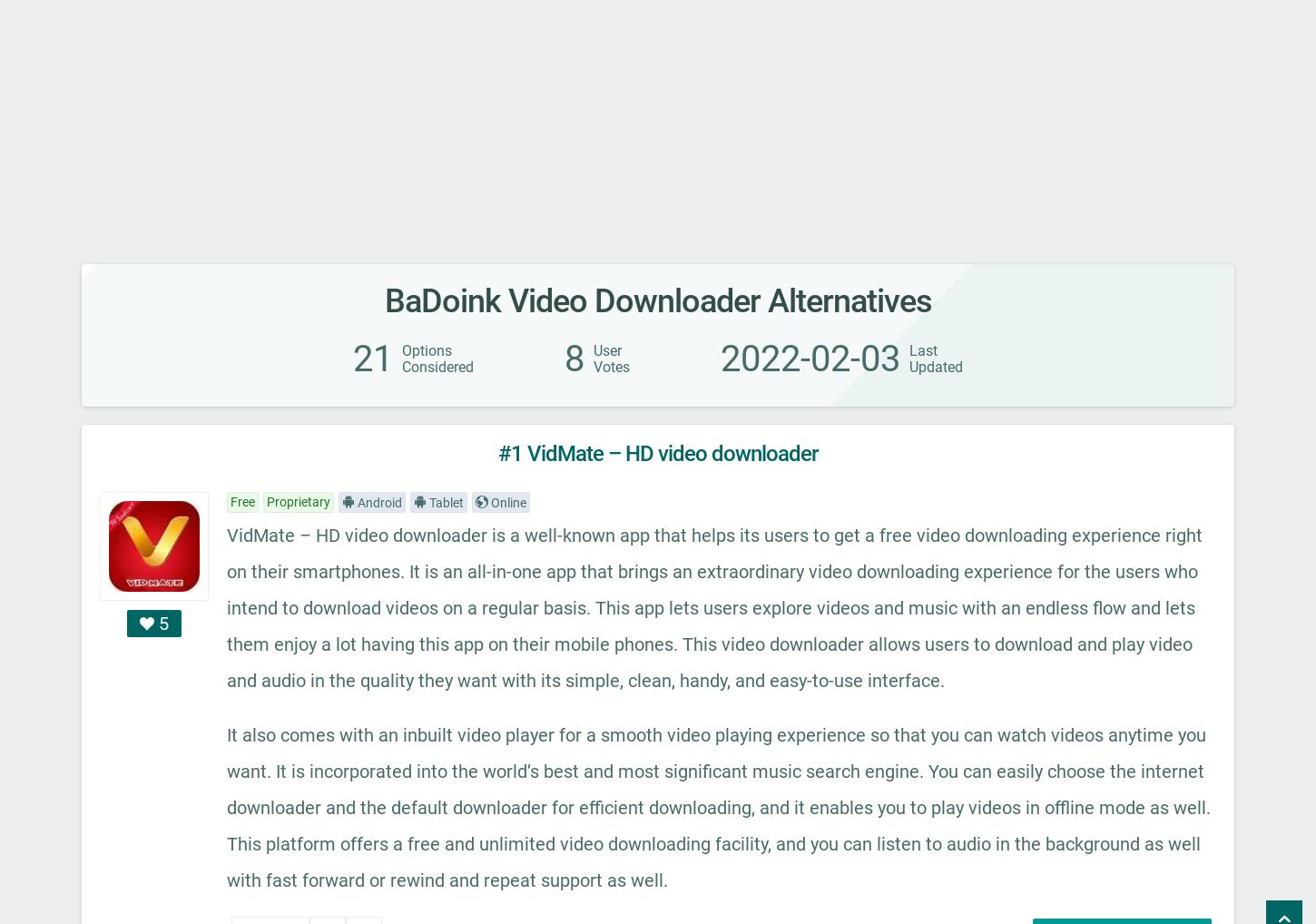  I want to click on 'Tablet', so click(425, 501).